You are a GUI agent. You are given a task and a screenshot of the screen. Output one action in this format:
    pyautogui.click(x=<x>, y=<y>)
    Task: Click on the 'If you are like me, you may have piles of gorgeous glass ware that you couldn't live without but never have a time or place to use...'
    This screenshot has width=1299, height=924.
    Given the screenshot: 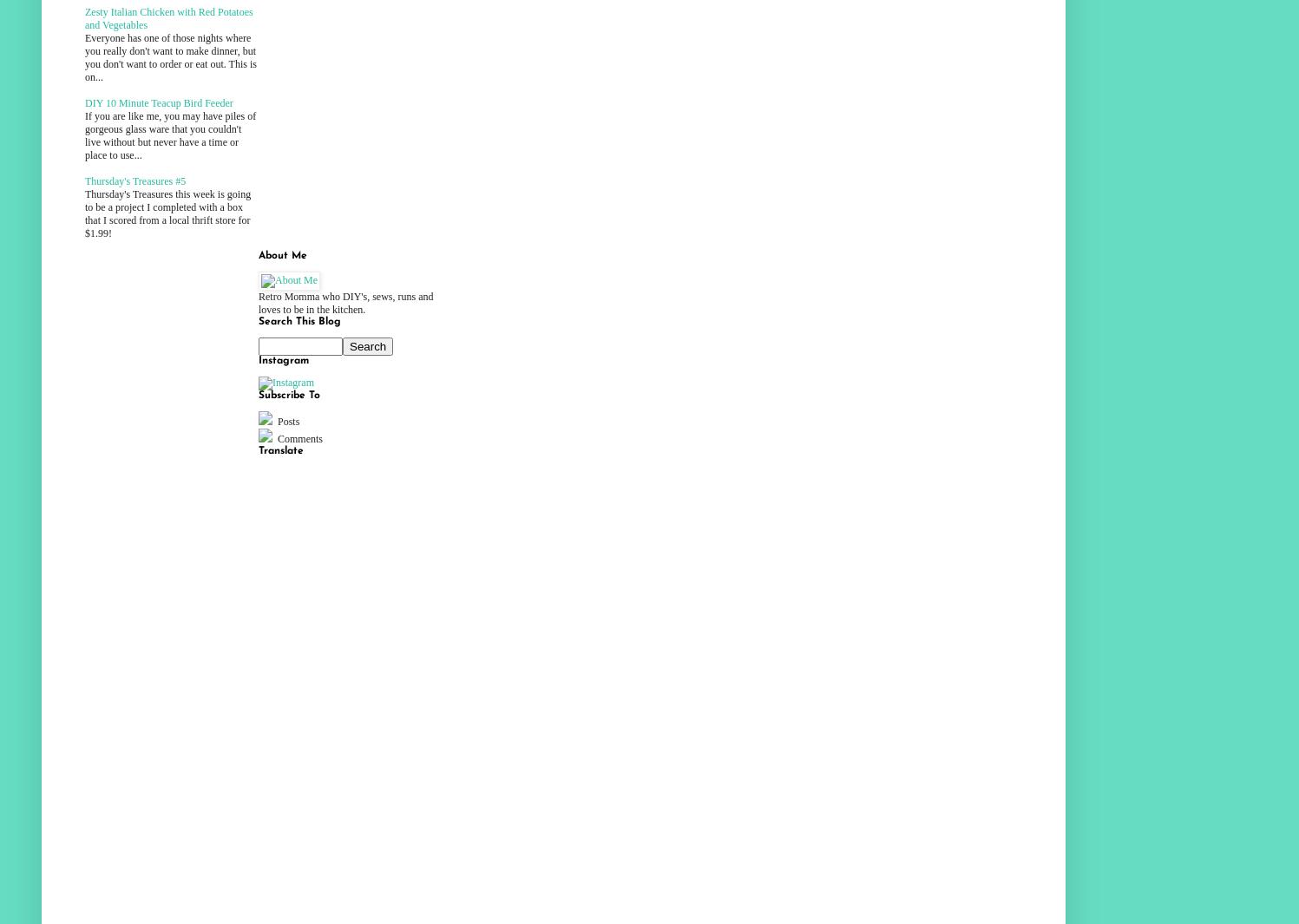 What is the action you would take?
    pyautogui.click(x=170, y=134)
    